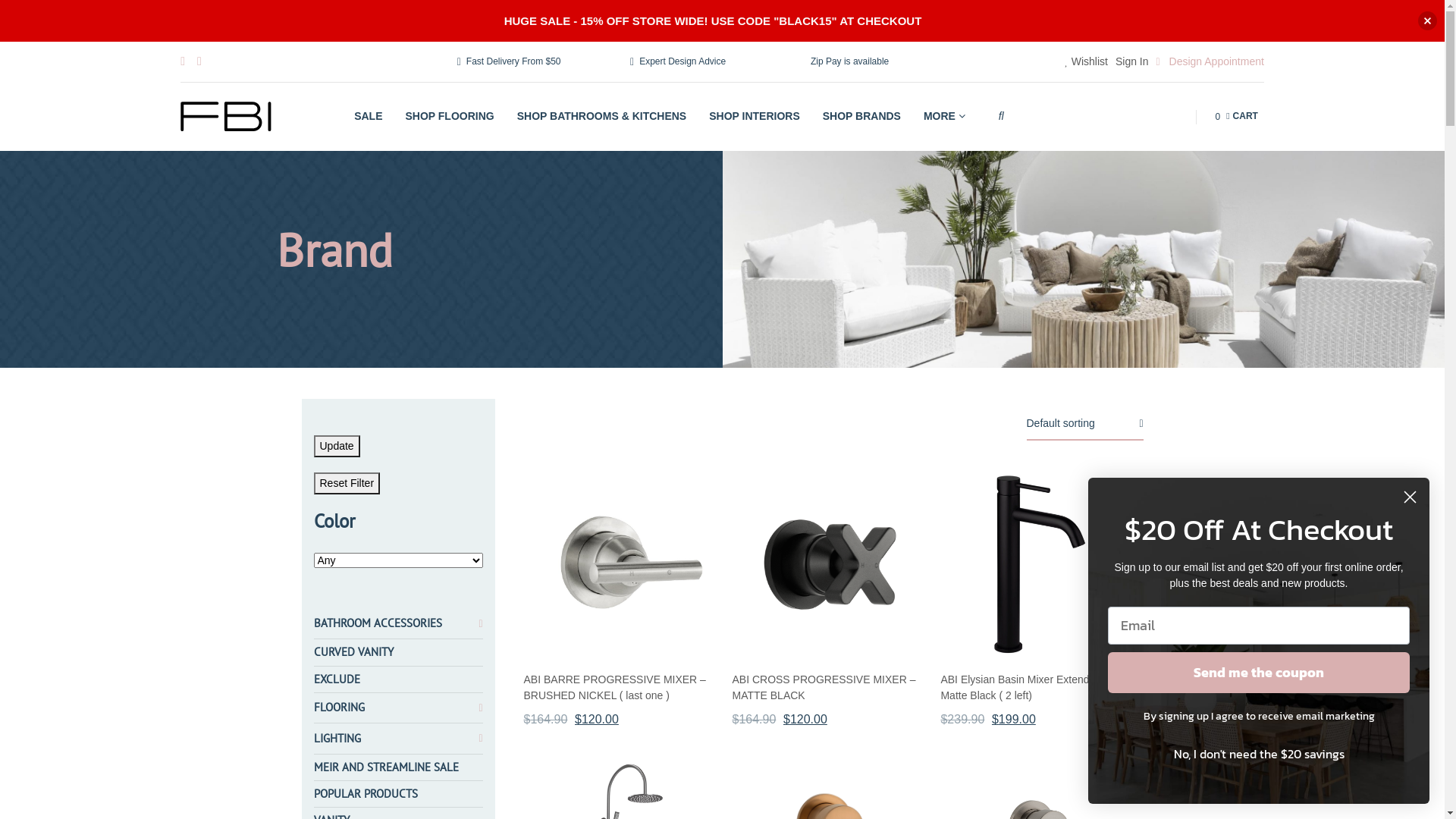 The image size is (1456, 819). What do you see at coordinates (677, 61) in the screenshot?
I see `'Expert Design Advice'` at bounding box center [677, 61].